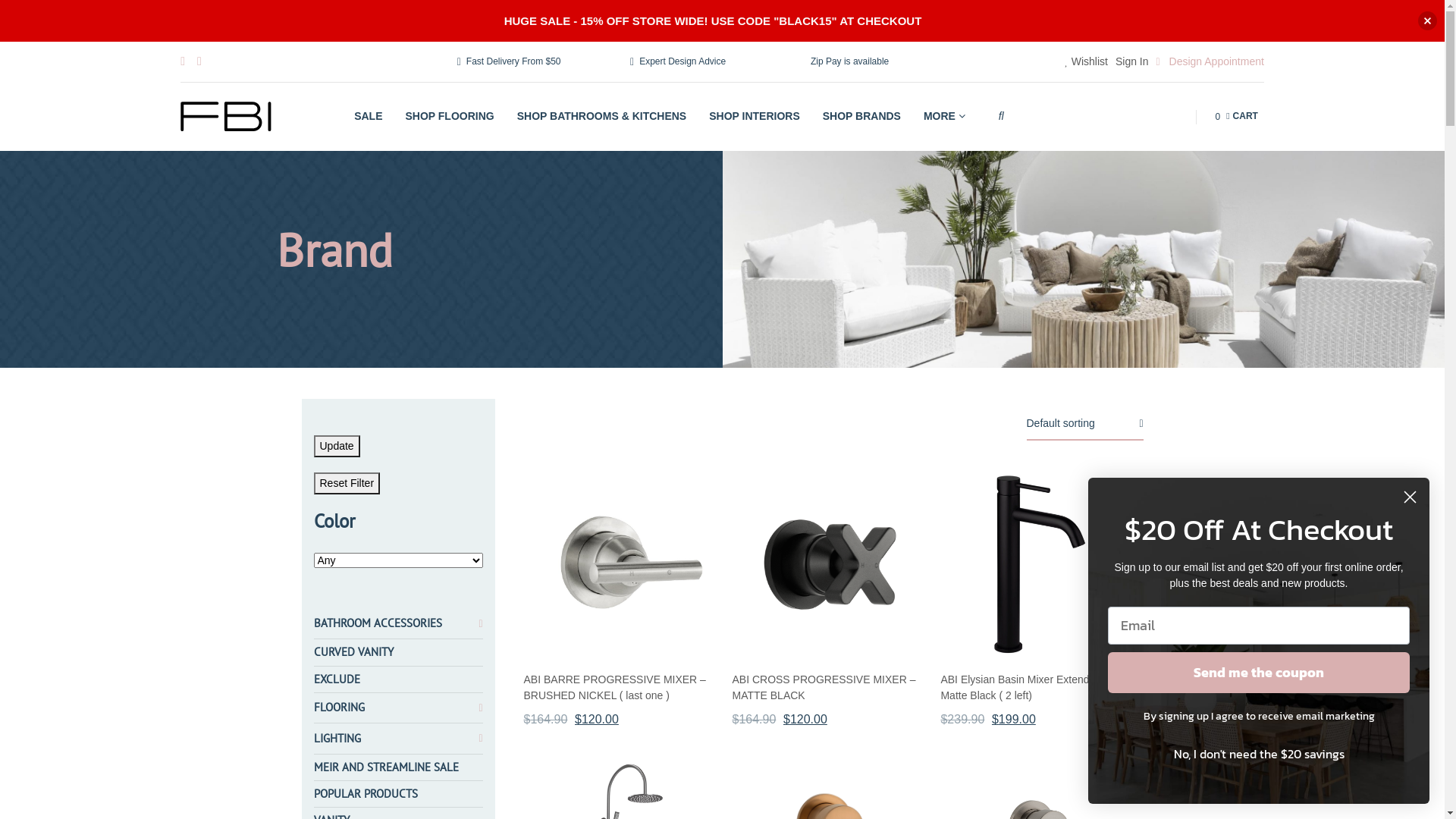 The image size is (1456, 819). What do you see at coordinates (677, 61) in the screenshot?
I see `'Expert Design Advice'` at bounding box center [677, 61].